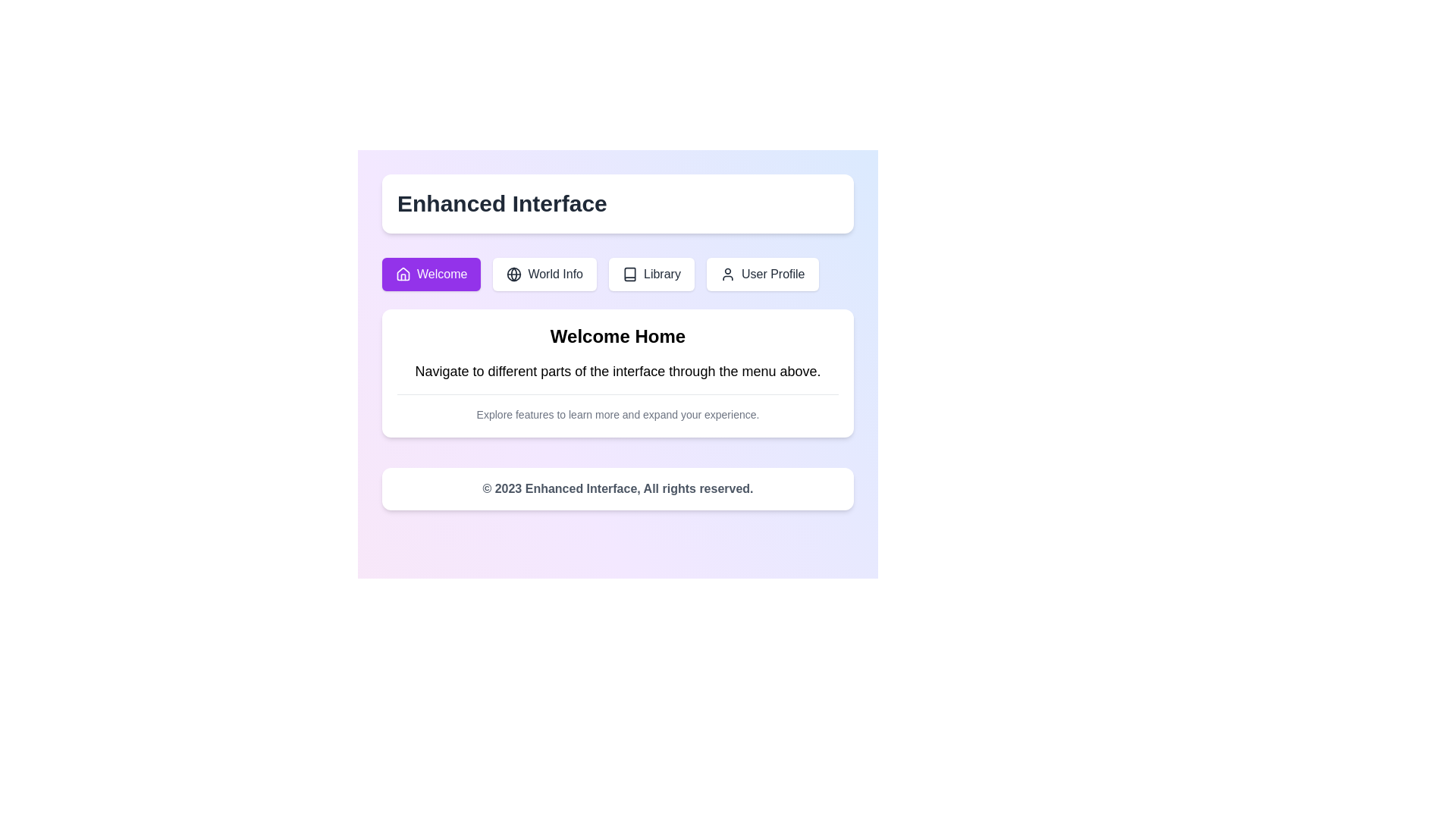  Describe the element at coordinates (762, 274) in the screenshot. I see `the profile navigation button, which is the fourth item in the horizontal navigation bar` at that location.